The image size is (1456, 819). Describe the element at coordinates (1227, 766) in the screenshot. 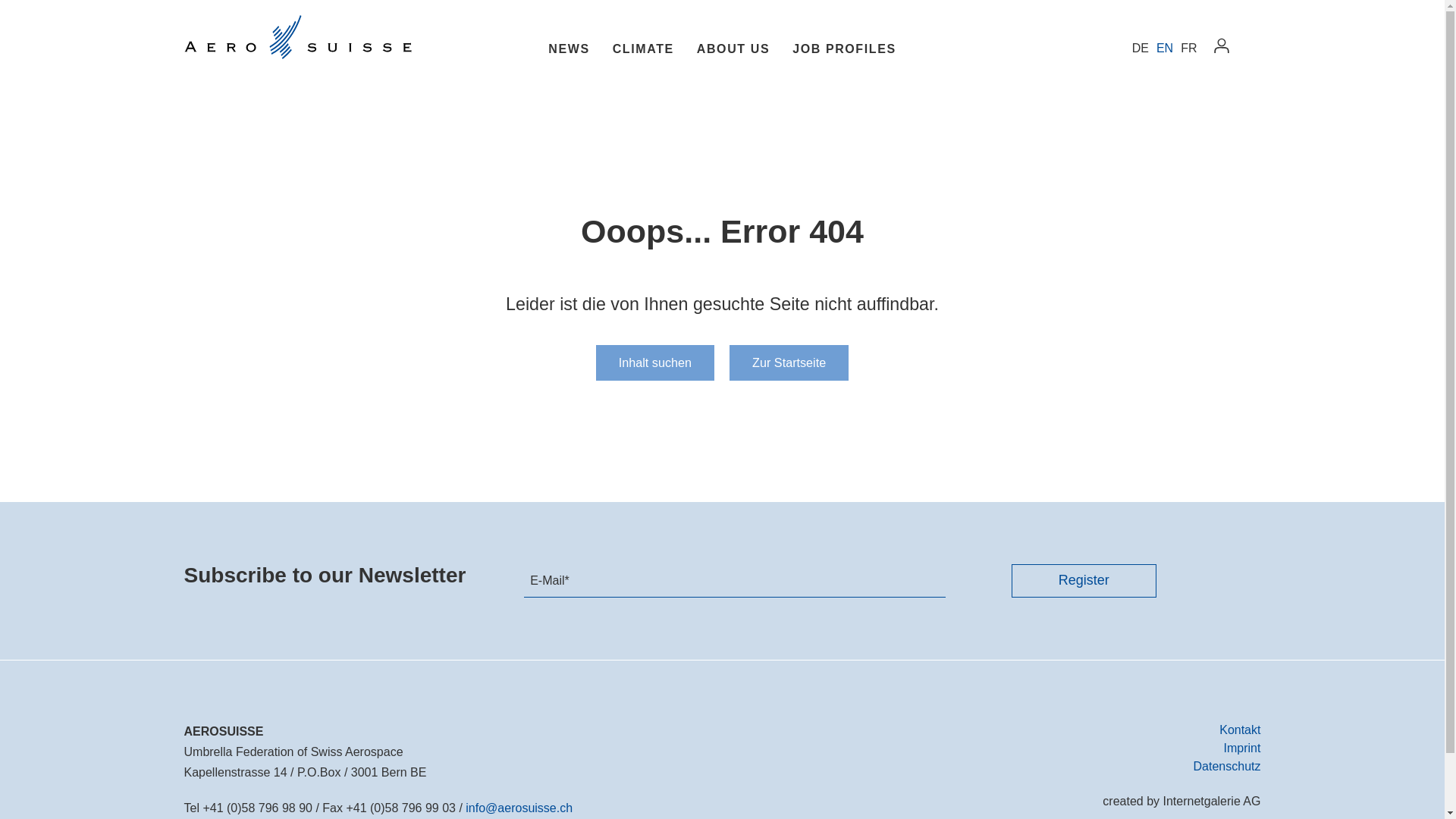

I see `'Datenschutz'` at that location.